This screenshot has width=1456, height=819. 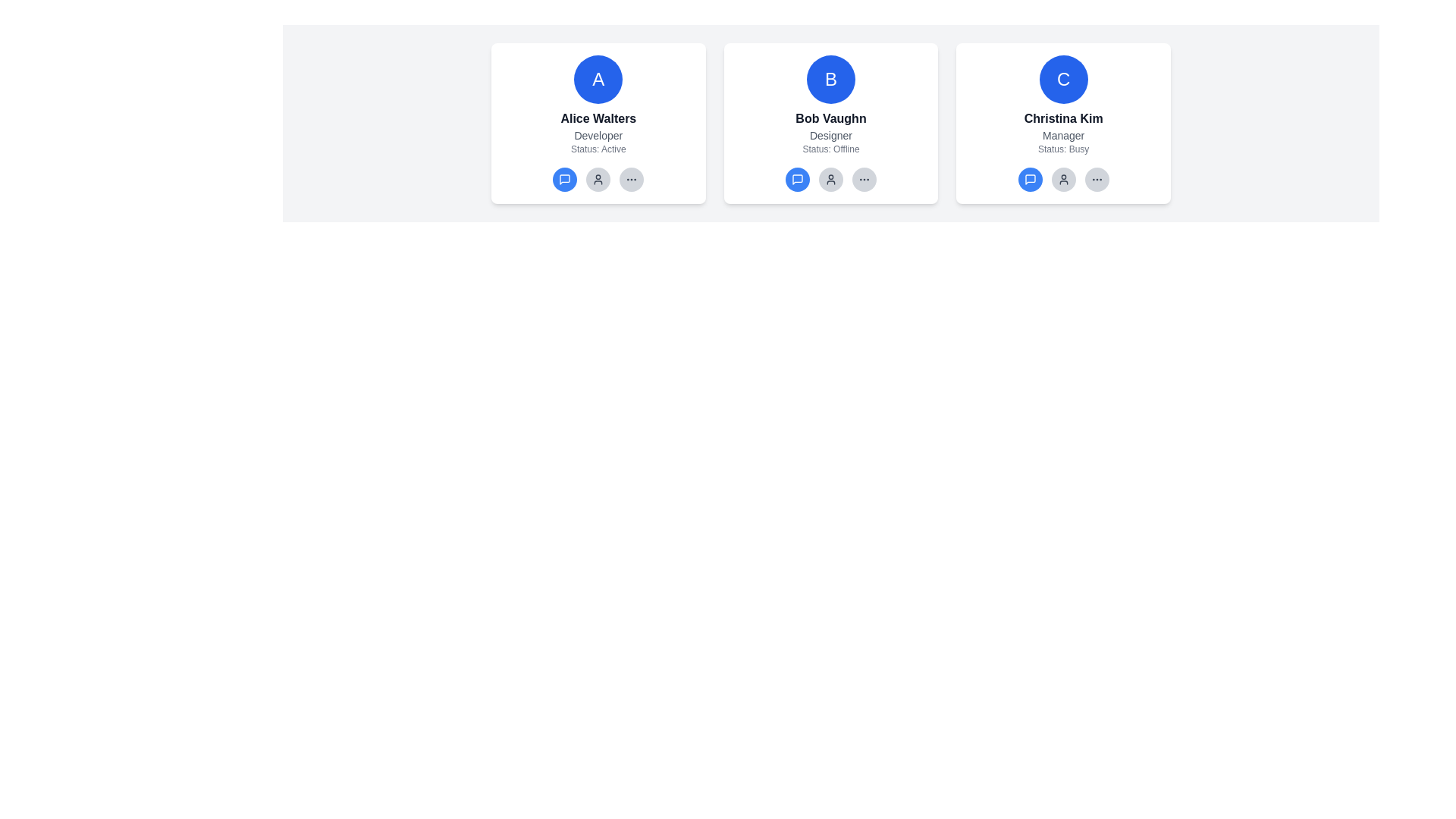 What do you see at coordinates (830, 134) in the screenshot?
I see `the text label displaying 'Designer', which is styled in a small gray font and positioned beneath 'Bob Vaughn' in the profile card` at bounding box center [830, 134].